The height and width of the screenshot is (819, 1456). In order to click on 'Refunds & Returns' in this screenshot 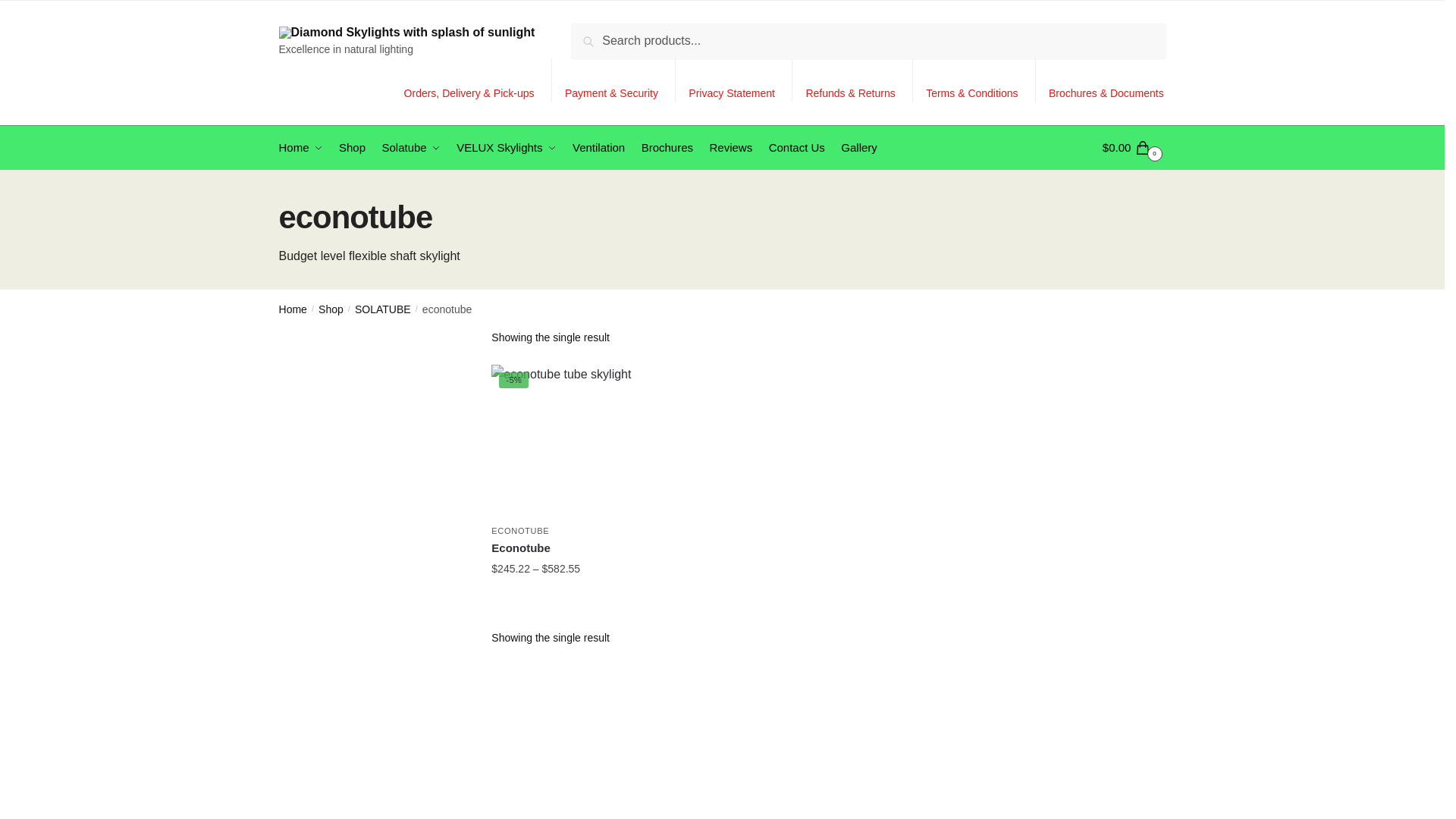, I will do `click(850, 80)`.